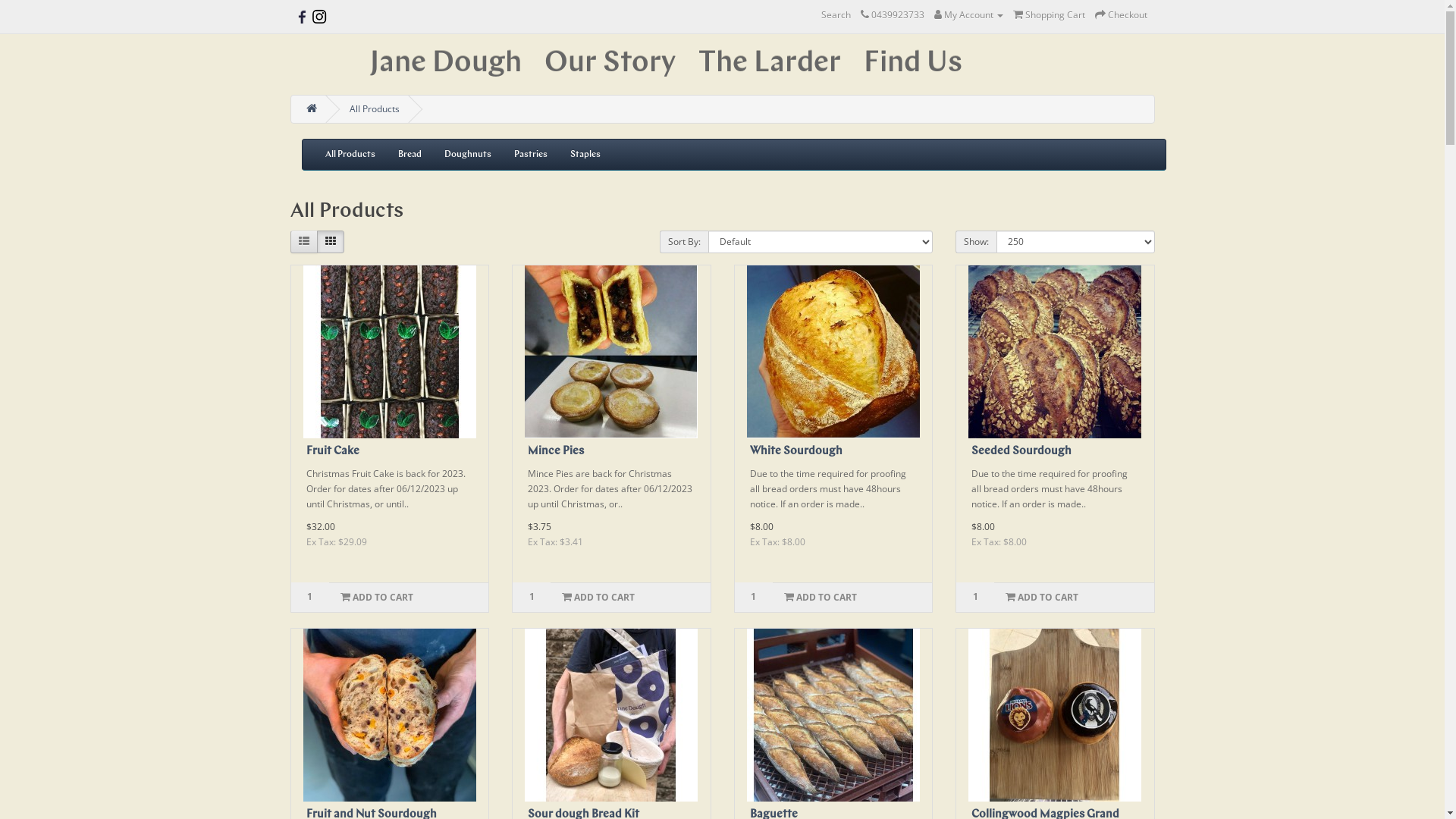 The width and height of the screenshot is (1456, 819). What do you see at coordinates (557, 155) in the screenshot?
I see `'Staples'` at bounding box center [557, 155].